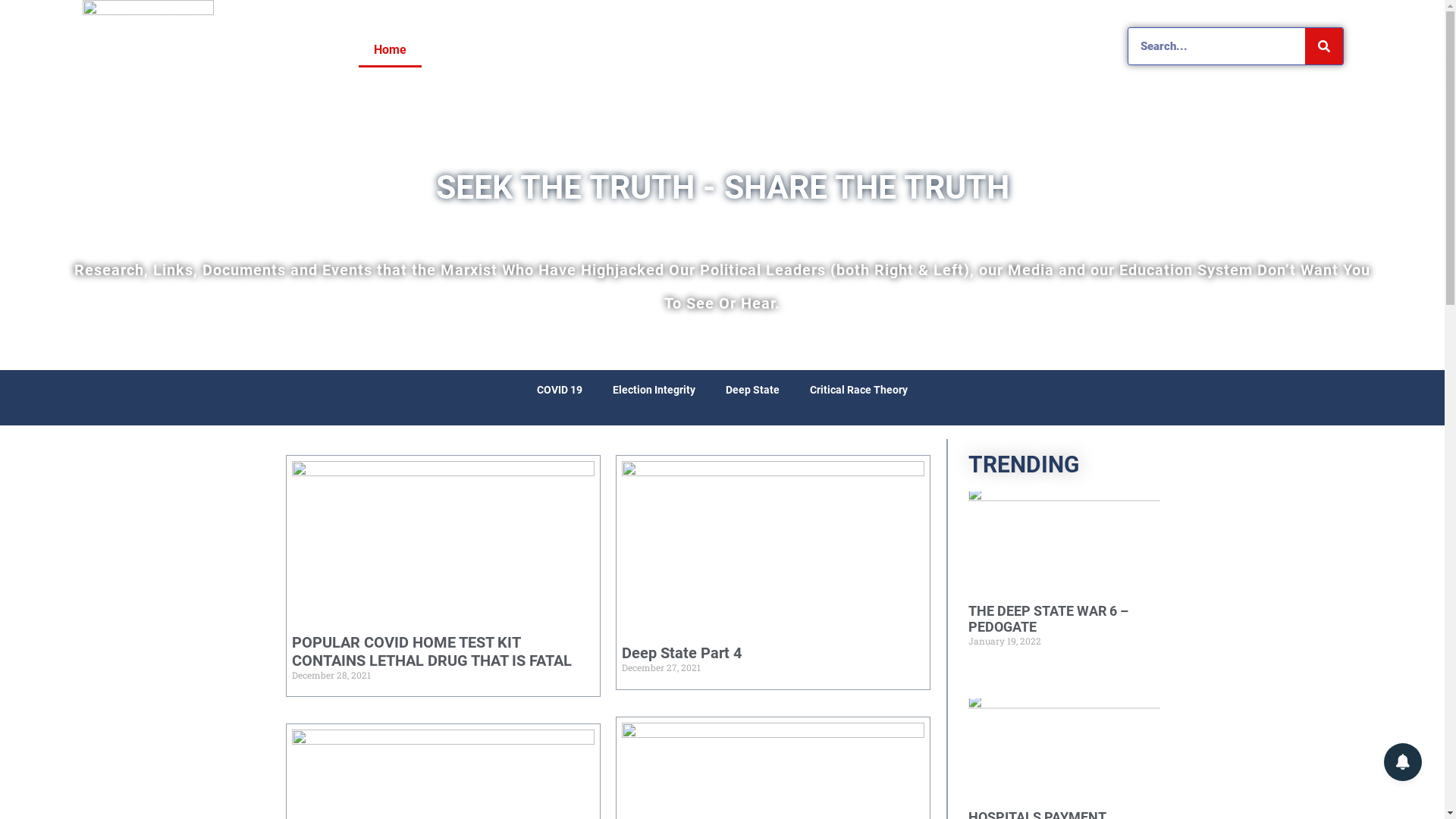  What do you see at coordinates (654, 388) in the screenshot?
I see `'Election Integrity'` at bounding box center [654, 388].